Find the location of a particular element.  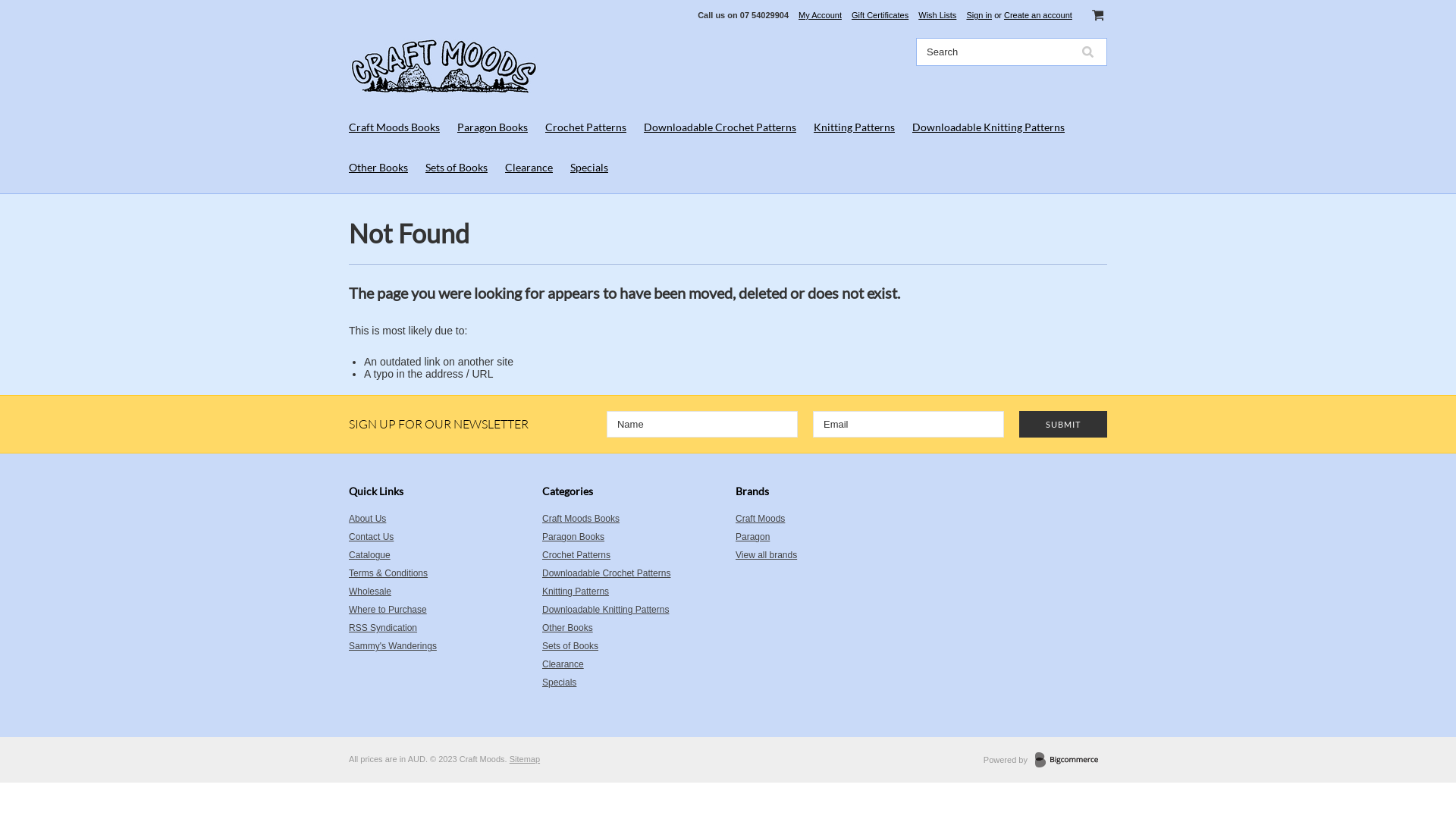

'Terms & Conditions' is located at coordinates (437, 573).